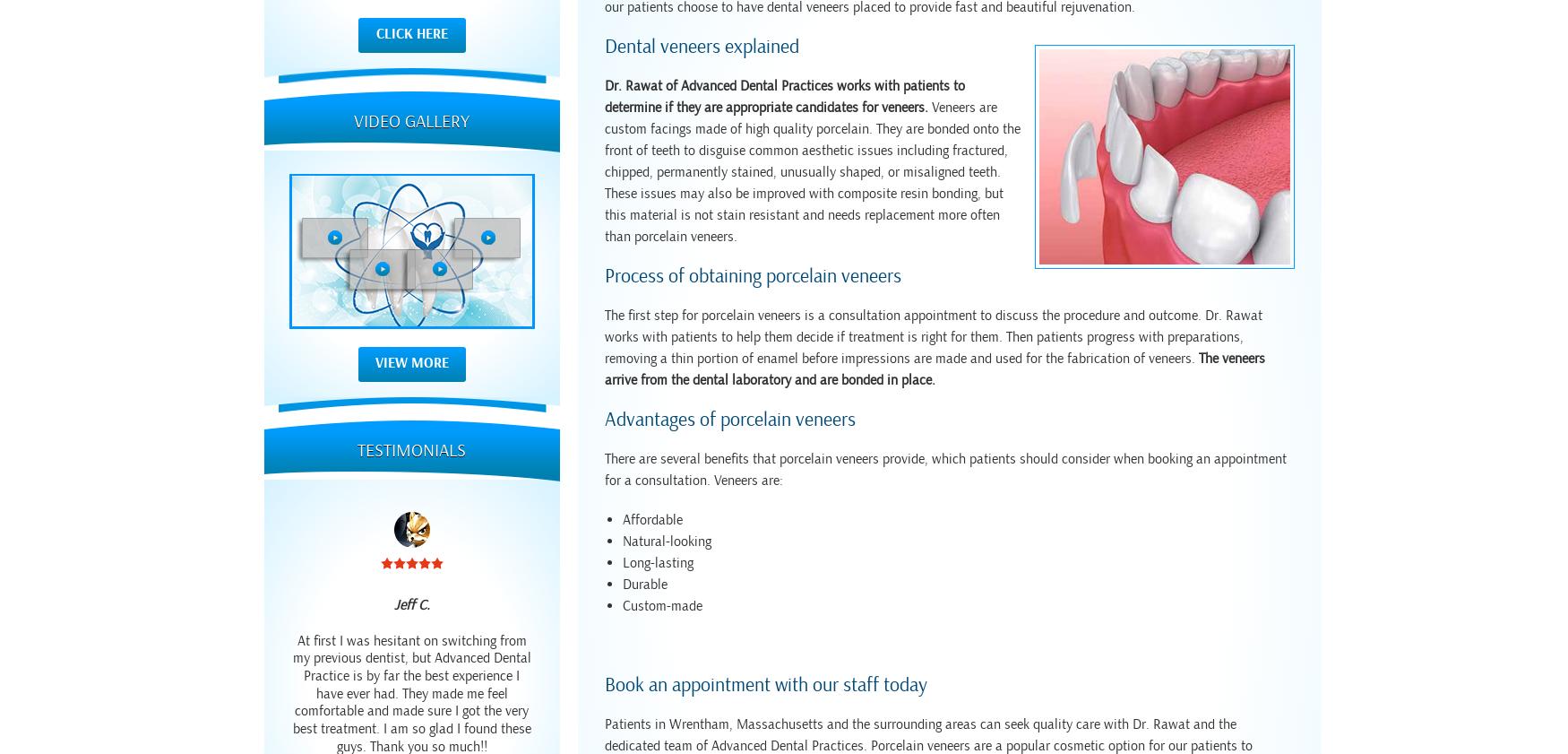 The width and height of the screenshot is (1568, 754). Describe the element at coordinates (934, 368) in the screenshot. I see `'The veneers arrive from the dental laboratory and are bonded in place.'` at that location.